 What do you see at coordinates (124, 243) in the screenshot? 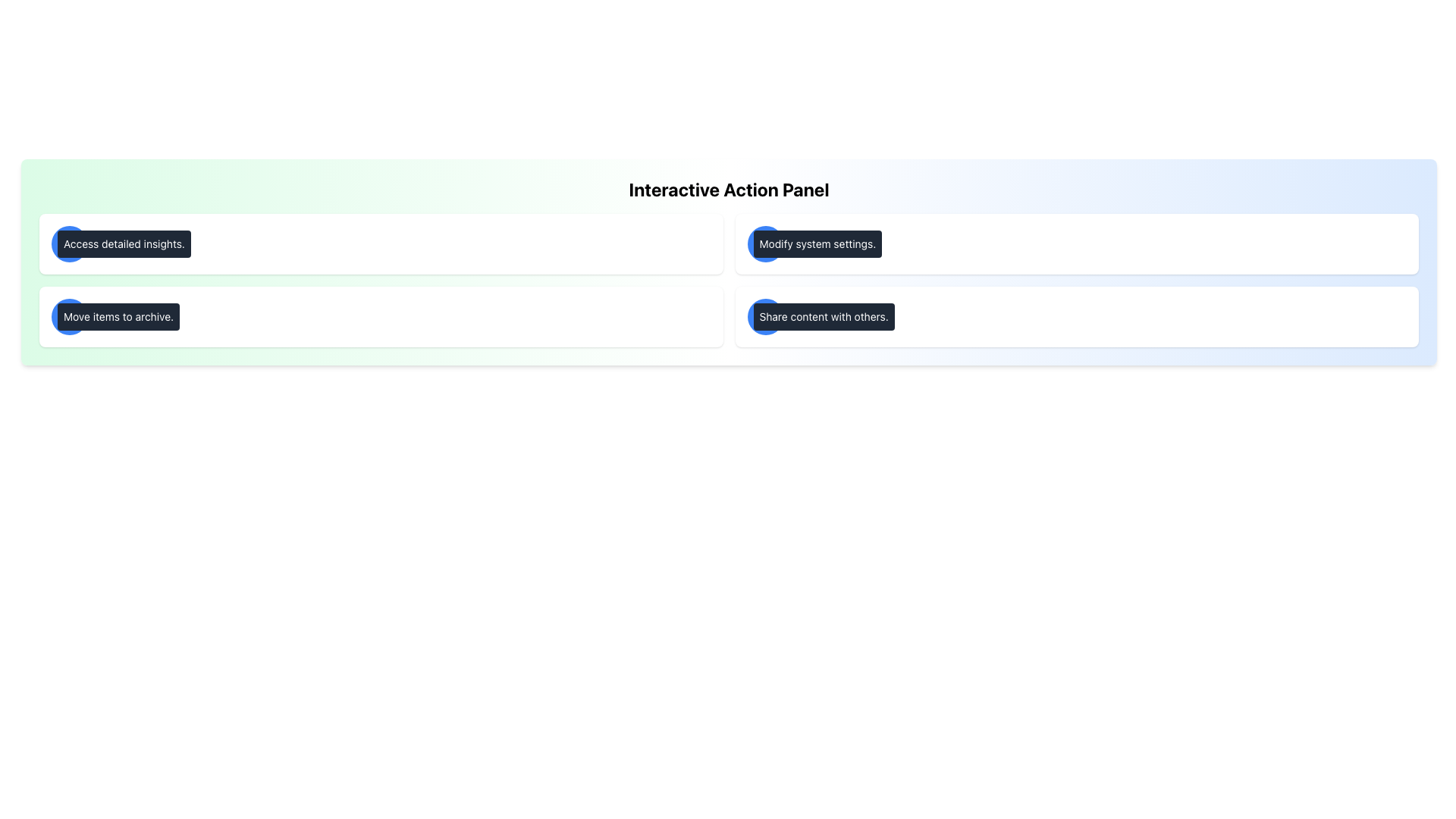
I see `the non-interactive button-like component located within the larger white card, positioned to the right of a circular blue icon` at bounding box center [124, 243].